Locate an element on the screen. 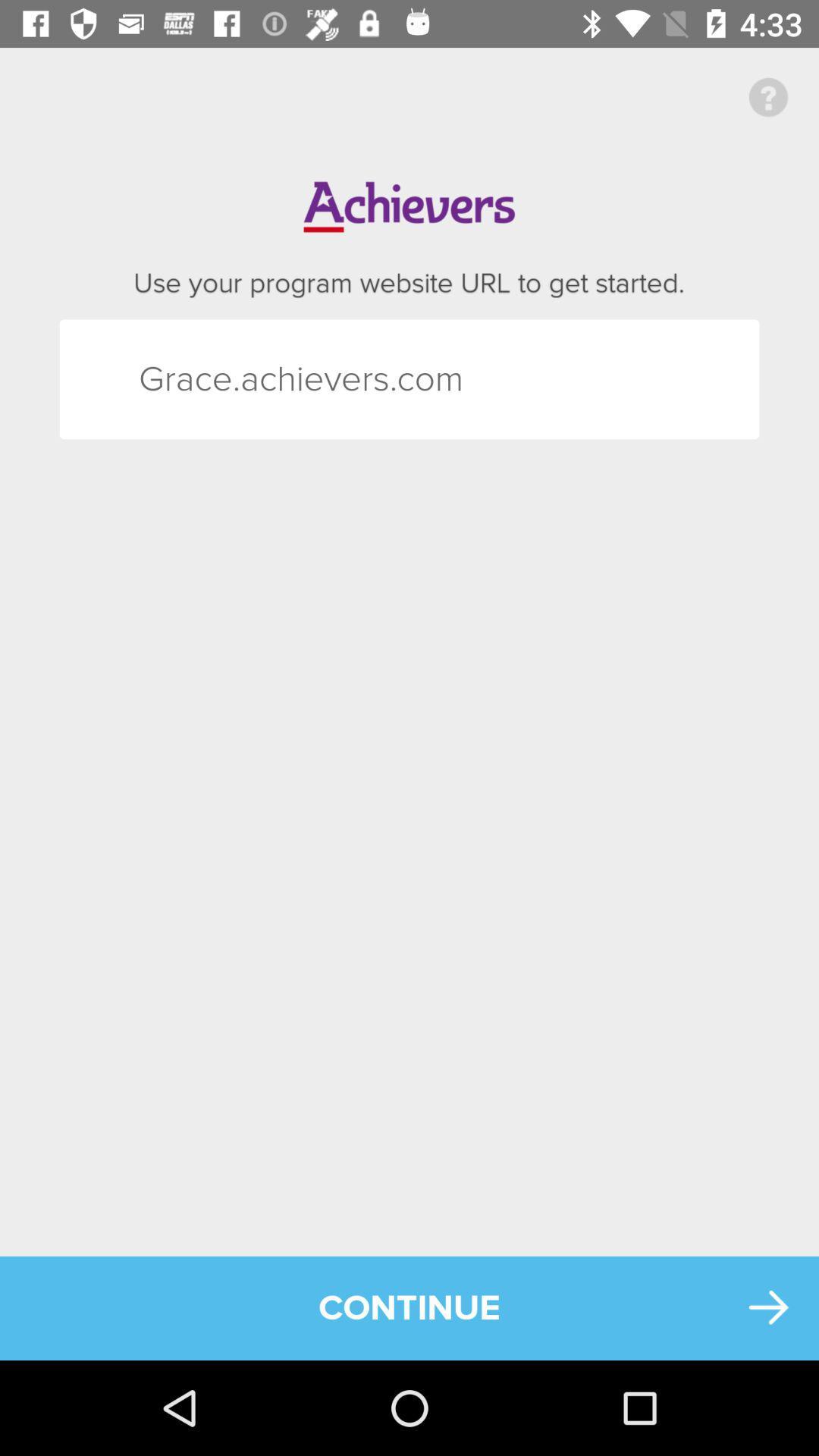 The height and width of the screenshot is (1456, 819). the continue is located at coordinates (409, 1307).